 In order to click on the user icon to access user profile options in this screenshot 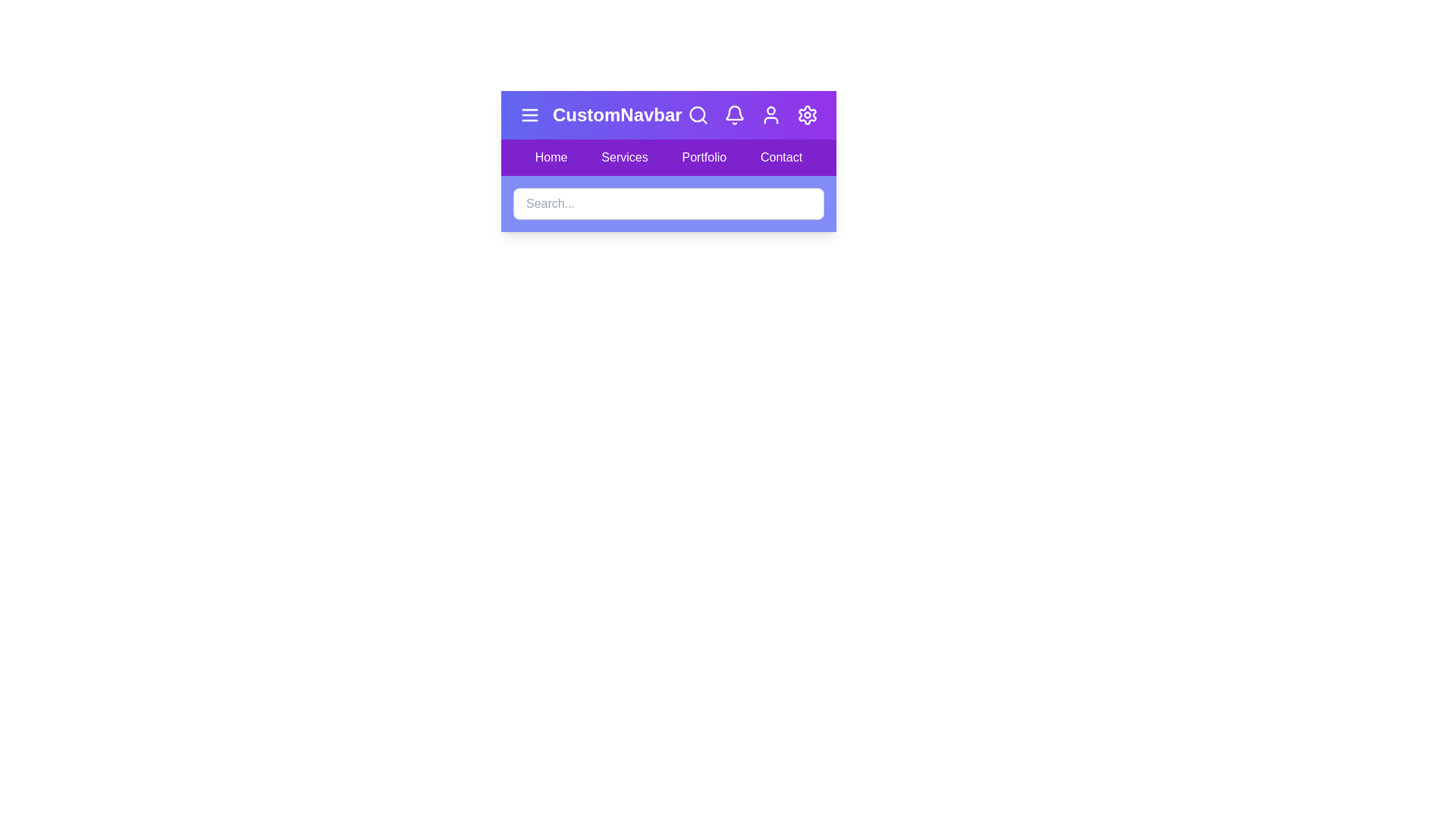, I will do `click(771, 114)`.